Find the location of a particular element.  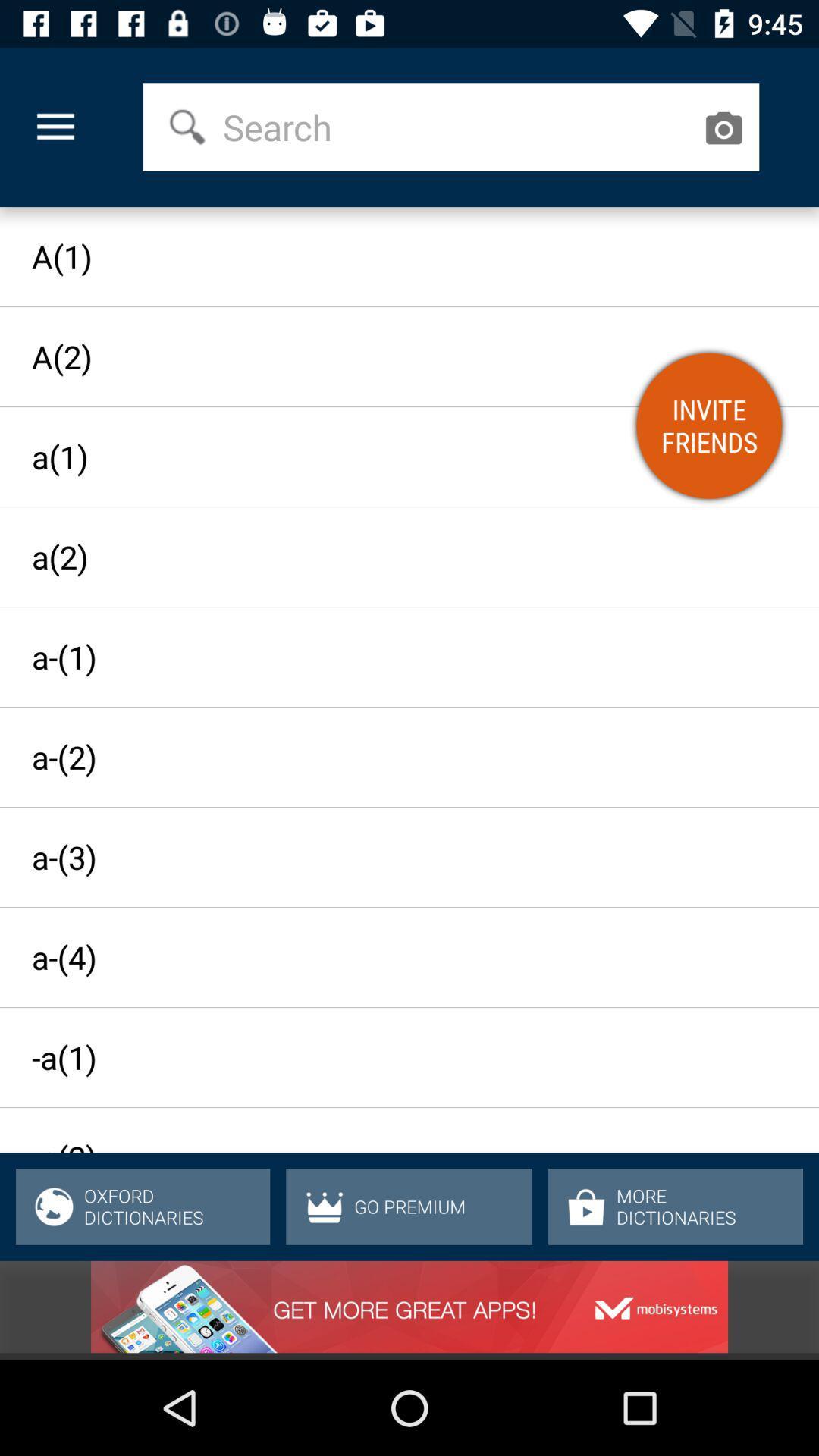

the icon above a(1) icon is located at coordinates (55, 127).